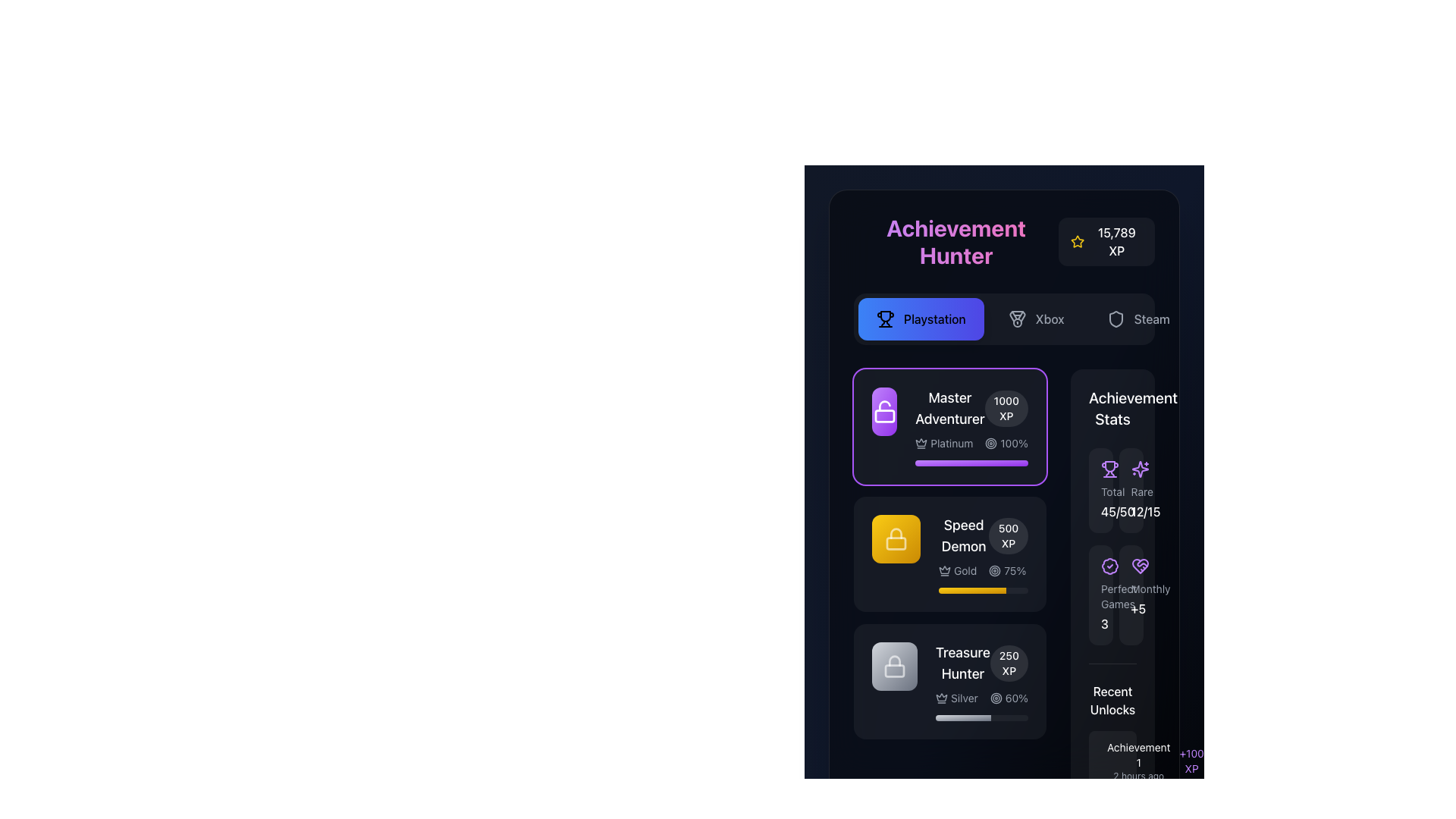 This screenshot has width=1456, height=819. What do you see at coordinates (1009, 698) in the screenshot?
I see `the target icon with the text '60%' in light gray color, located in the bottom-right corner of the 'Treasure Hunter' achievement section, adjacent to the text 'Silver'` at bounding box center [1009, 698].